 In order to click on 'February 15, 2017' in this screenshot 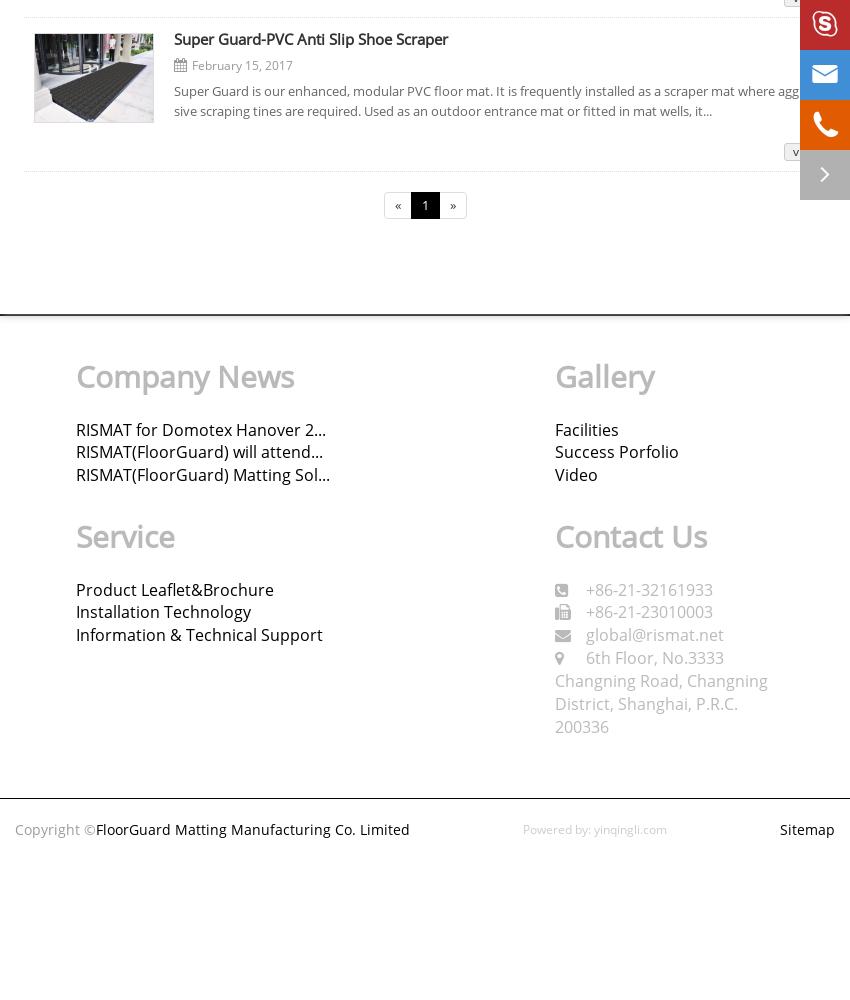, I will do `click(241, 64)`.